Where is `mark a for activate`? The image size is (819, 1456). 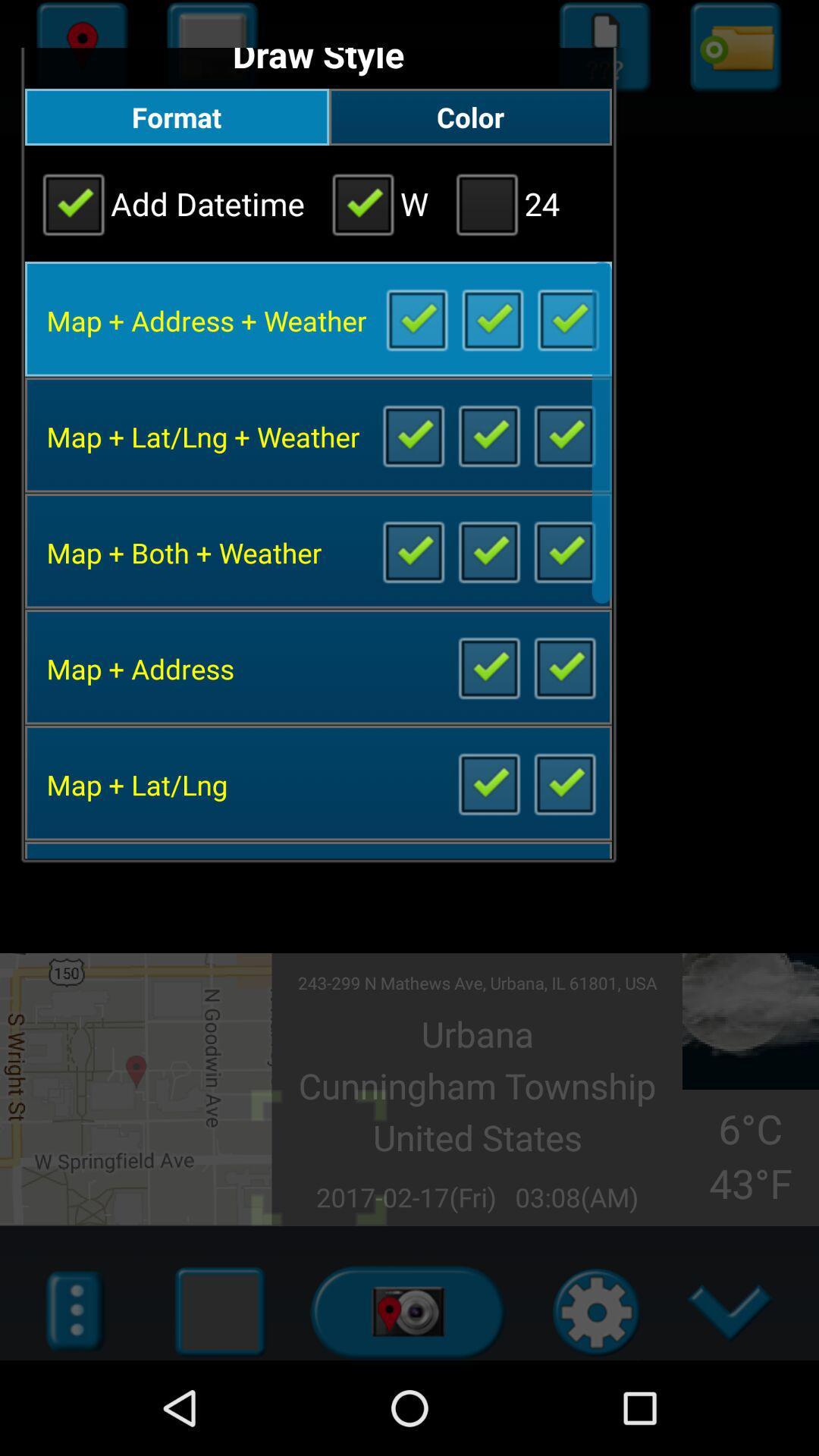
mark a for activate is located at coordinates (416, 318).